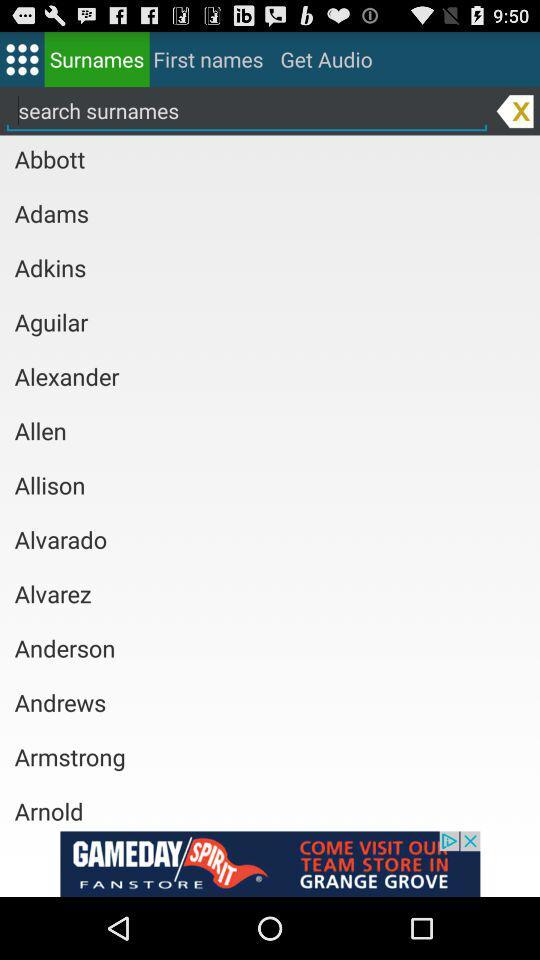 Image resolution: width=540 pixels, height=960 pixels. Describe the element at coordinates (270, 863) in the screenshot. I see `an advertisement` at that location.